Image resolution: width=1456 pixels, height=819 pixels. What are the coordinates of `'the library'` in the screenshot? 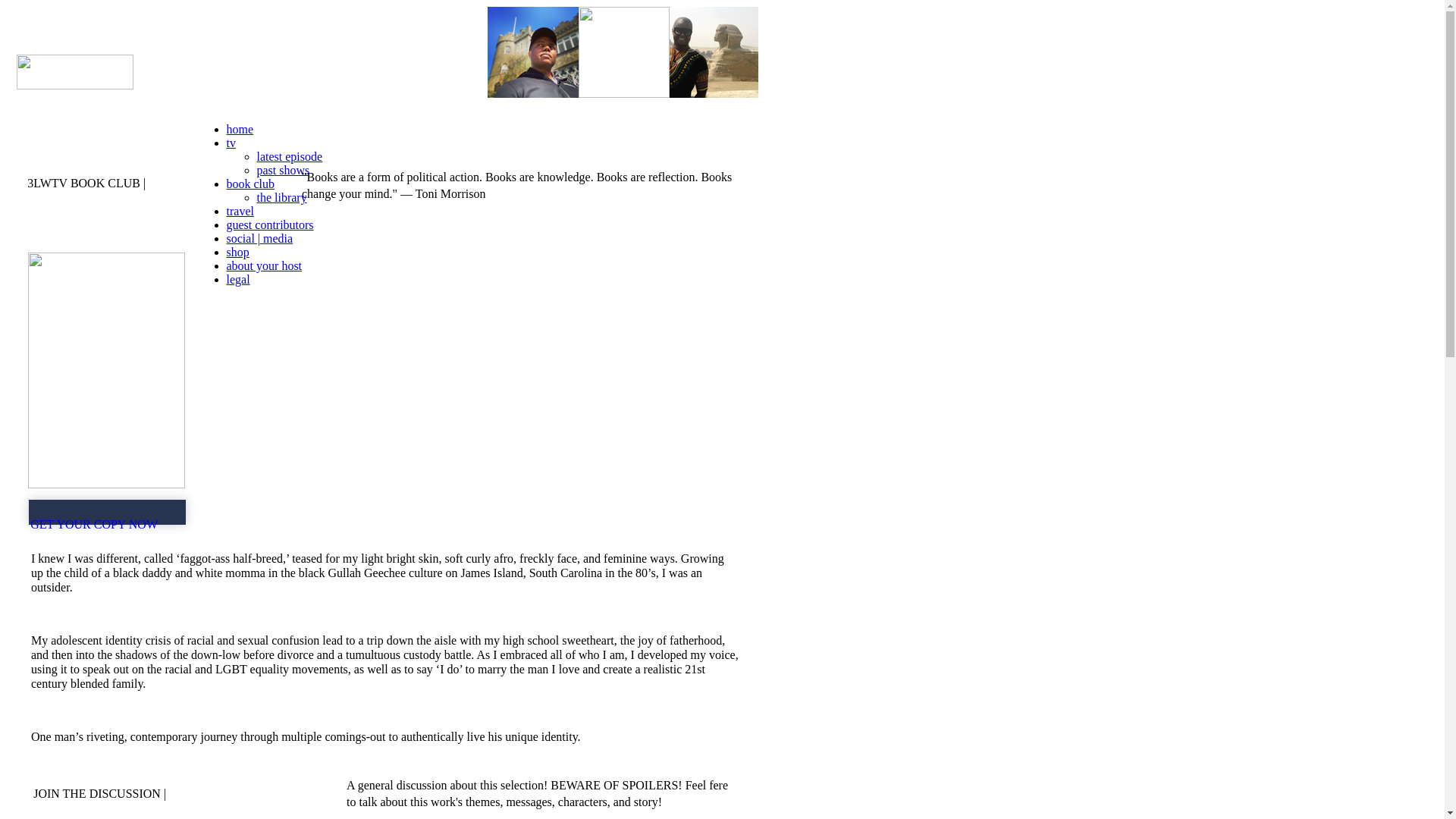 It's located at (281, 196).